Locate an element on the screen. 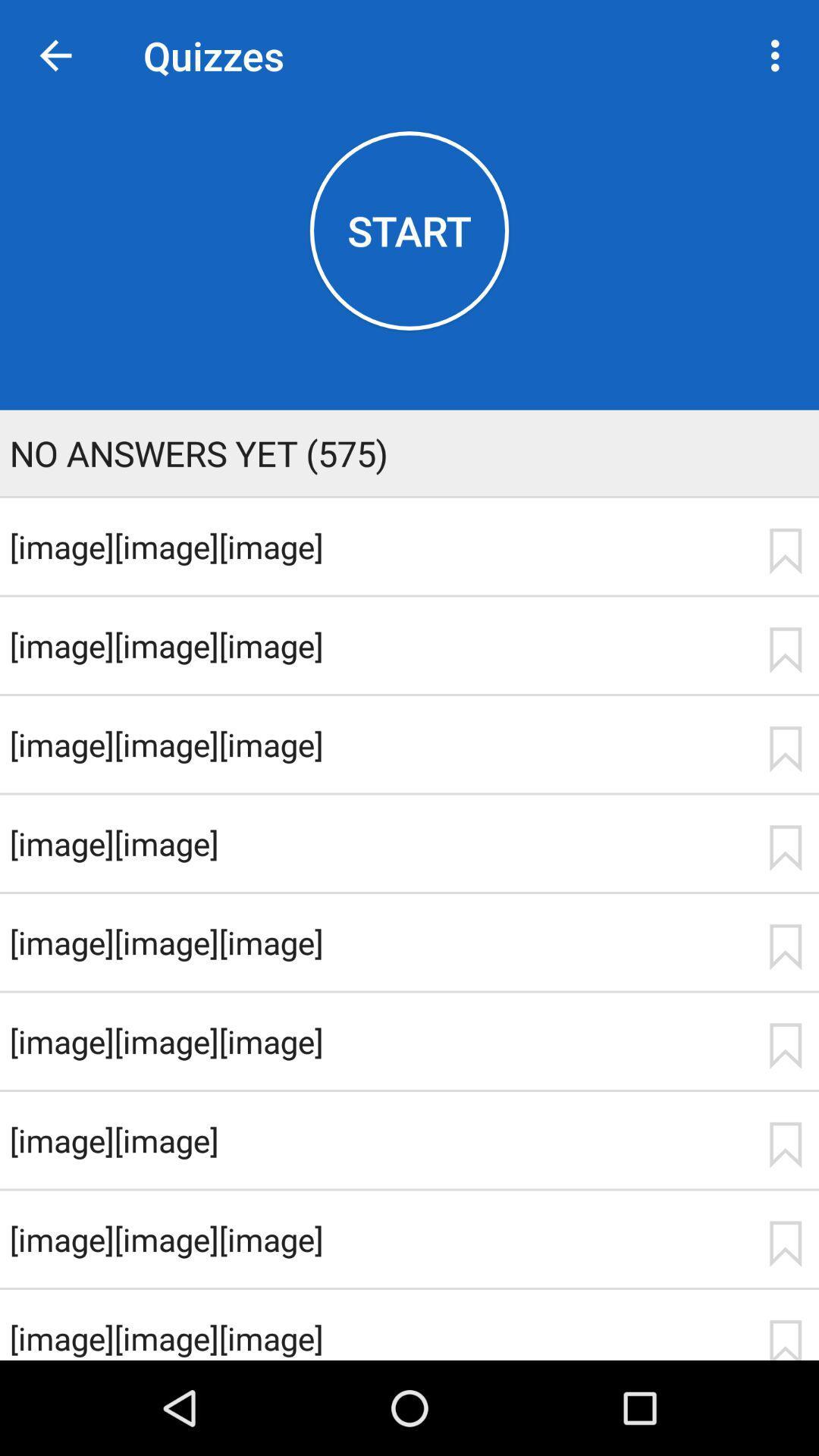 The image size is (819, 1456). the save button at bottom right is located at coordinates (785, 1339).